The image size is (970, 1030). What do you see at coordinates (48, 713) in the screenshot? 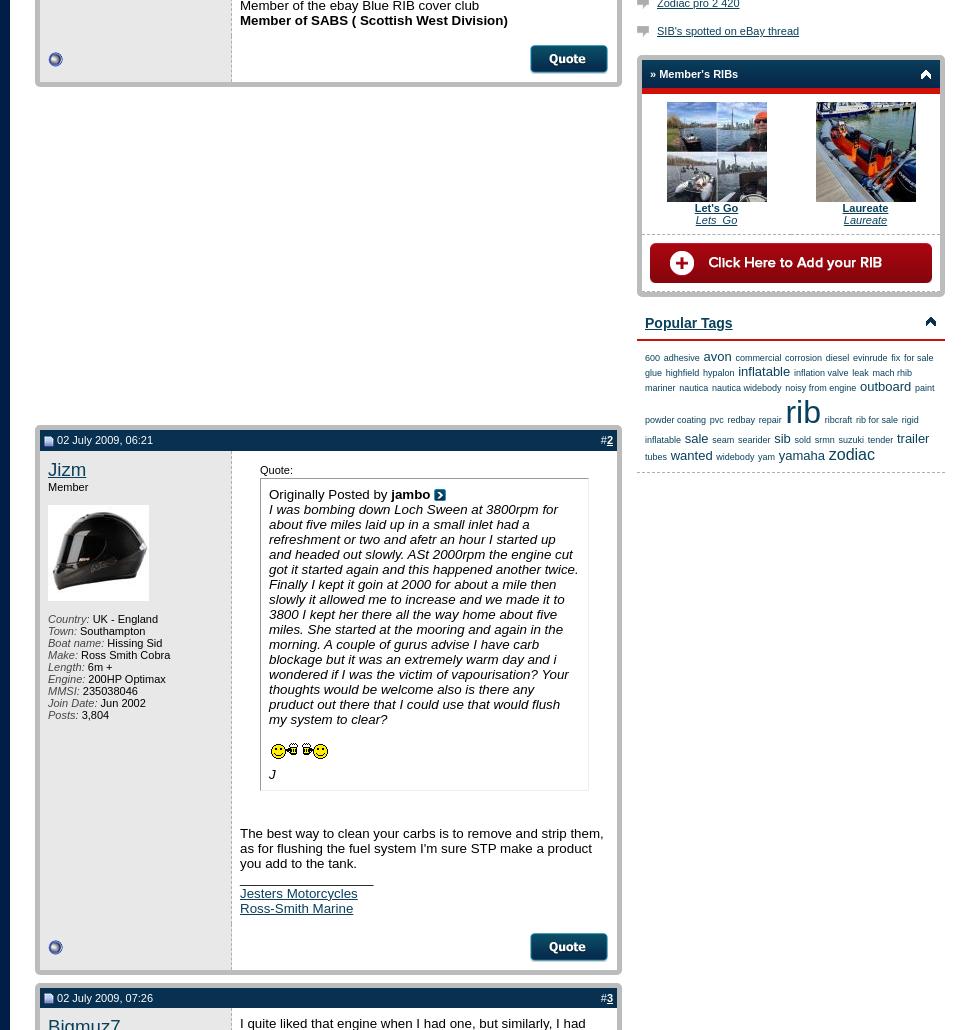
I see `'Posts:'` at bounding box center [48, 713].